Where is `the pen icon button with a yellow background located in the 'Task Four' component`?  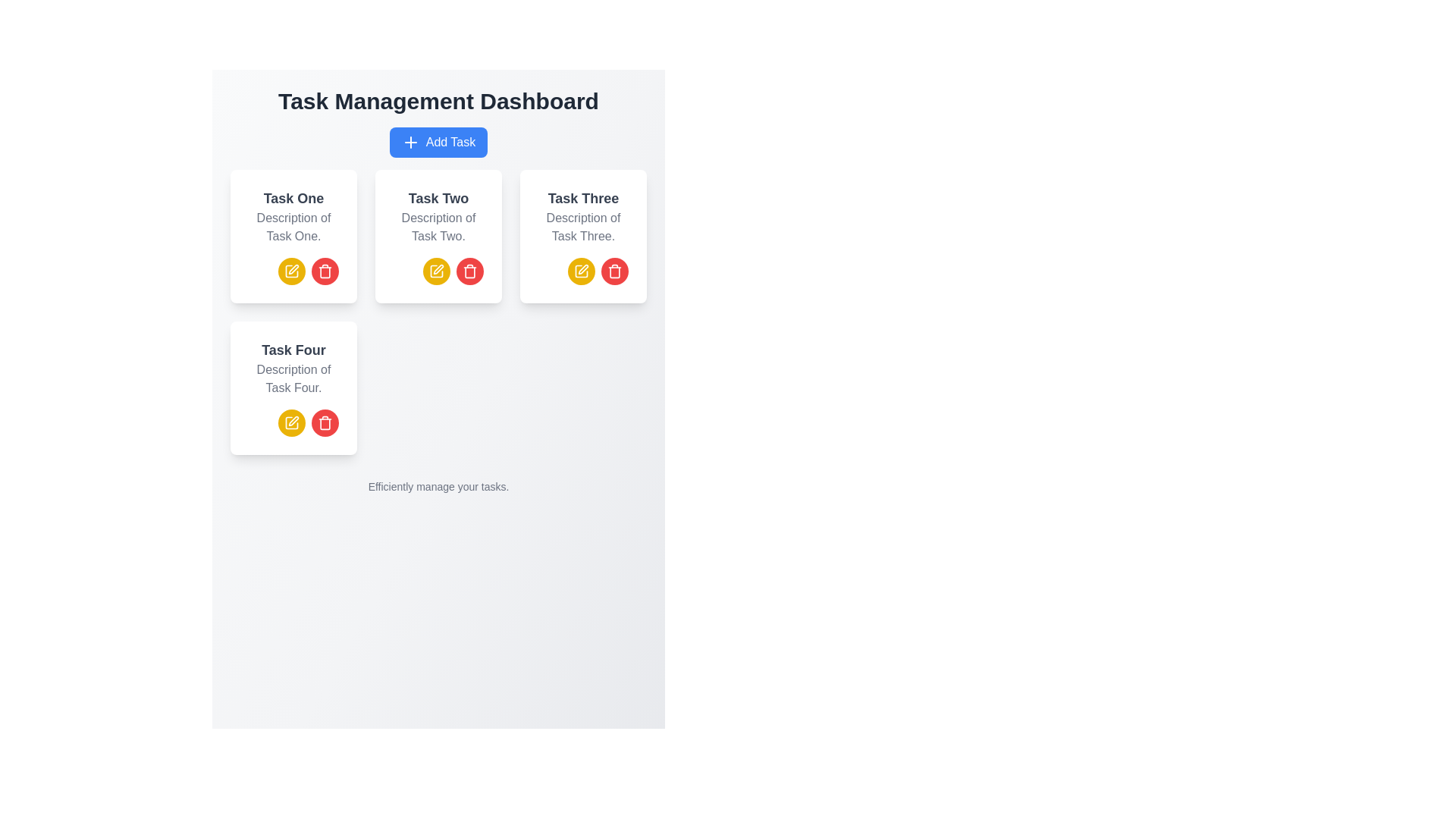
the pen icon button with a yellow background located in the 'Task Four' component is located at coordinates (291, 423).